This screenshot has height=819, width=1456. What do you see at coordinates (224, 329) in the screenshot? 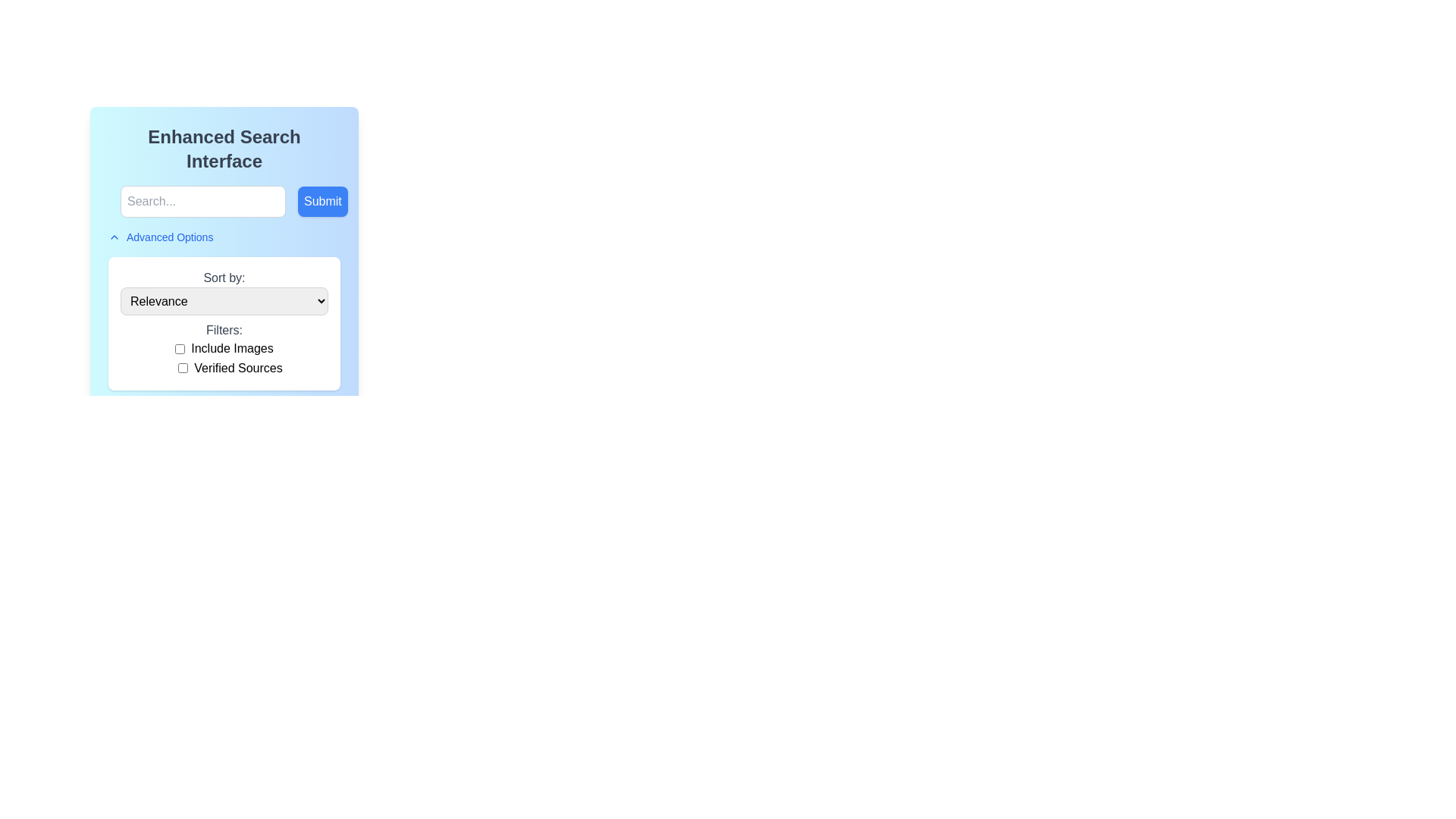
I see `the Text Label that serves as a header for the filter options, located above the checkboxes 'Include Images' and 'Verified Sources'` at bounding box center [224, 329].